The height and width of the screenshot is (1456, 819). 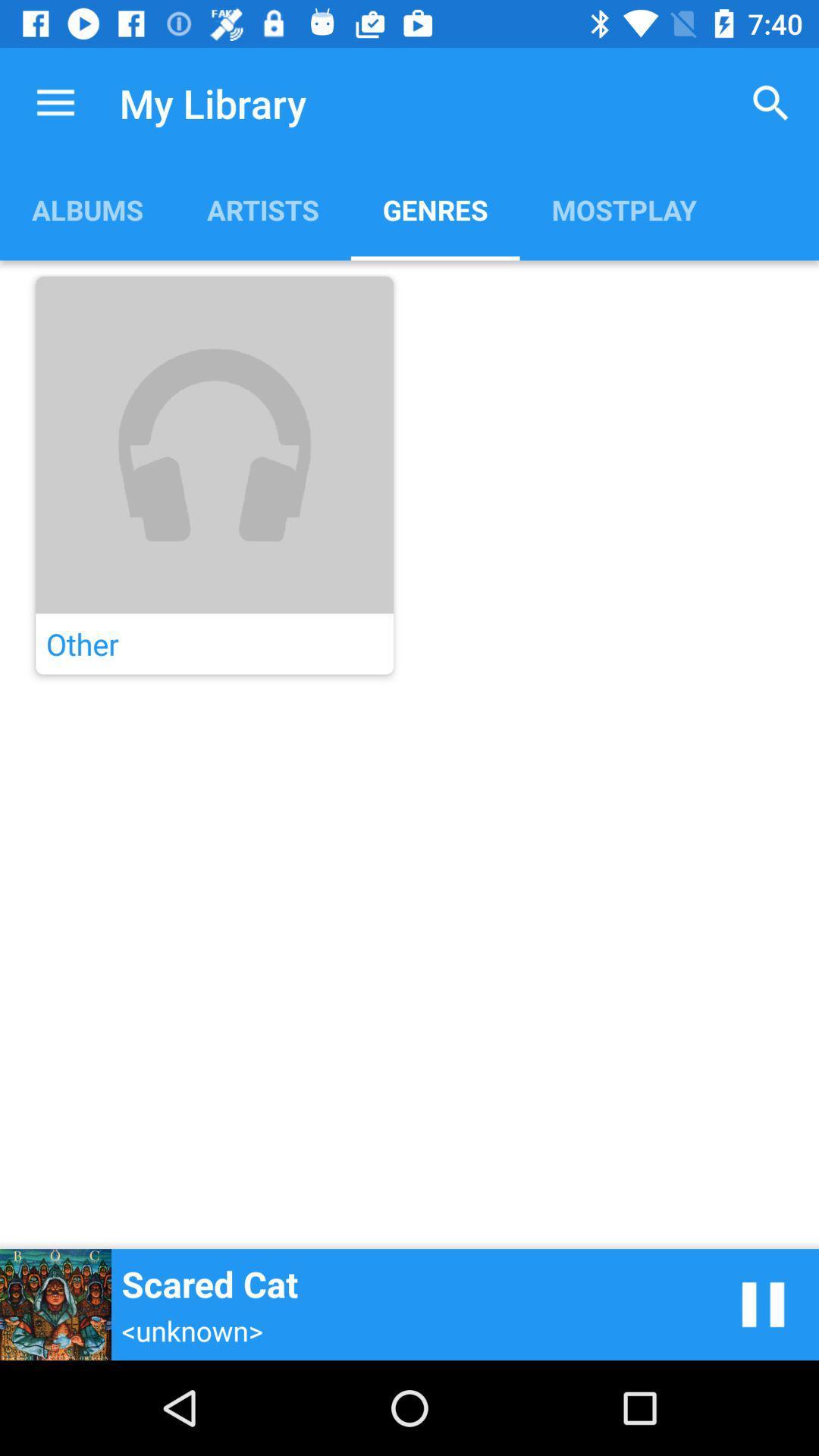 What do you see at coordinates (771, 102) in the screenshot?
I see `item next to genres app` at bounding box center [771, 102].